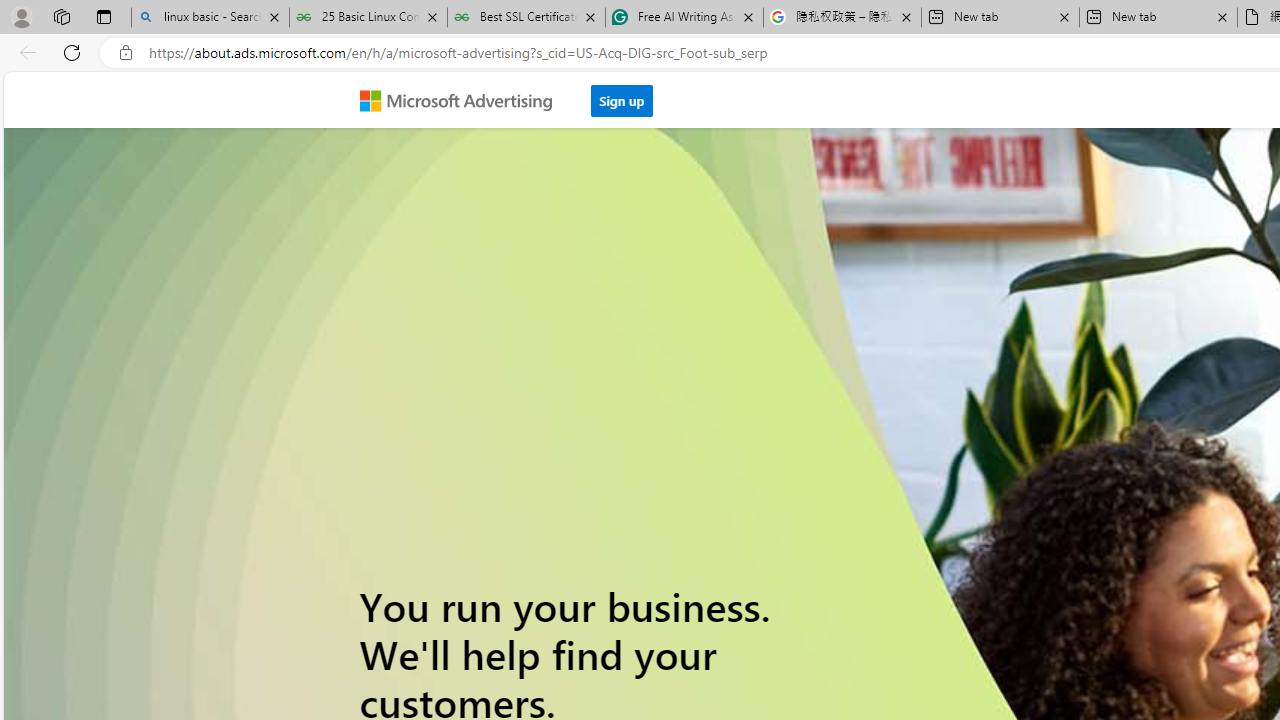 This screenshot has width=1280, height=720. Describe the element at coordinates (684, 17) in the screenshot. I see `'Free AI Writing Assistance for Students | Grammarly'` at that location.